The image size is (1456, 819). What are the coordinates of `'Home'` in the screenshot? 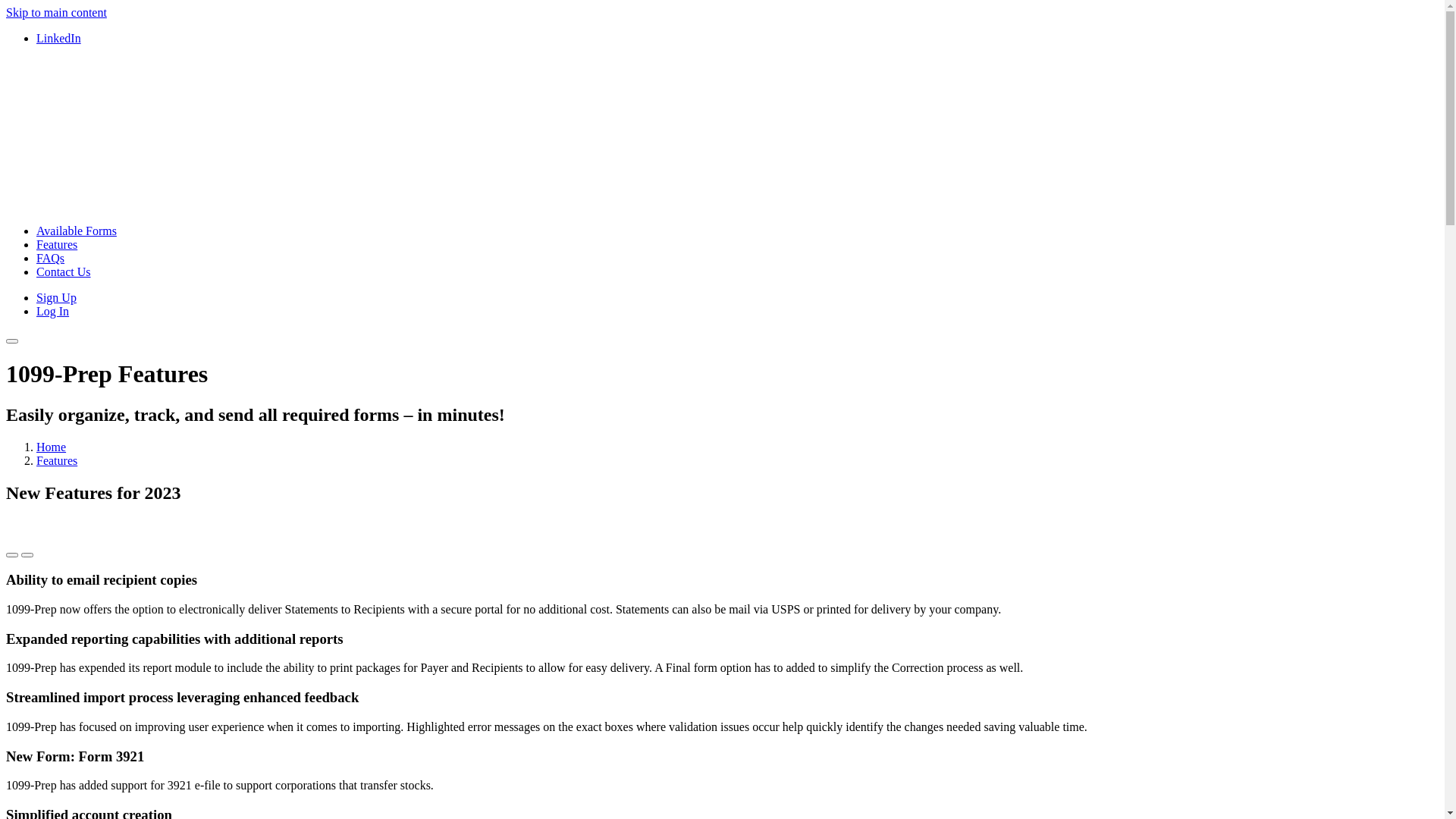 It's located at (36, 446).